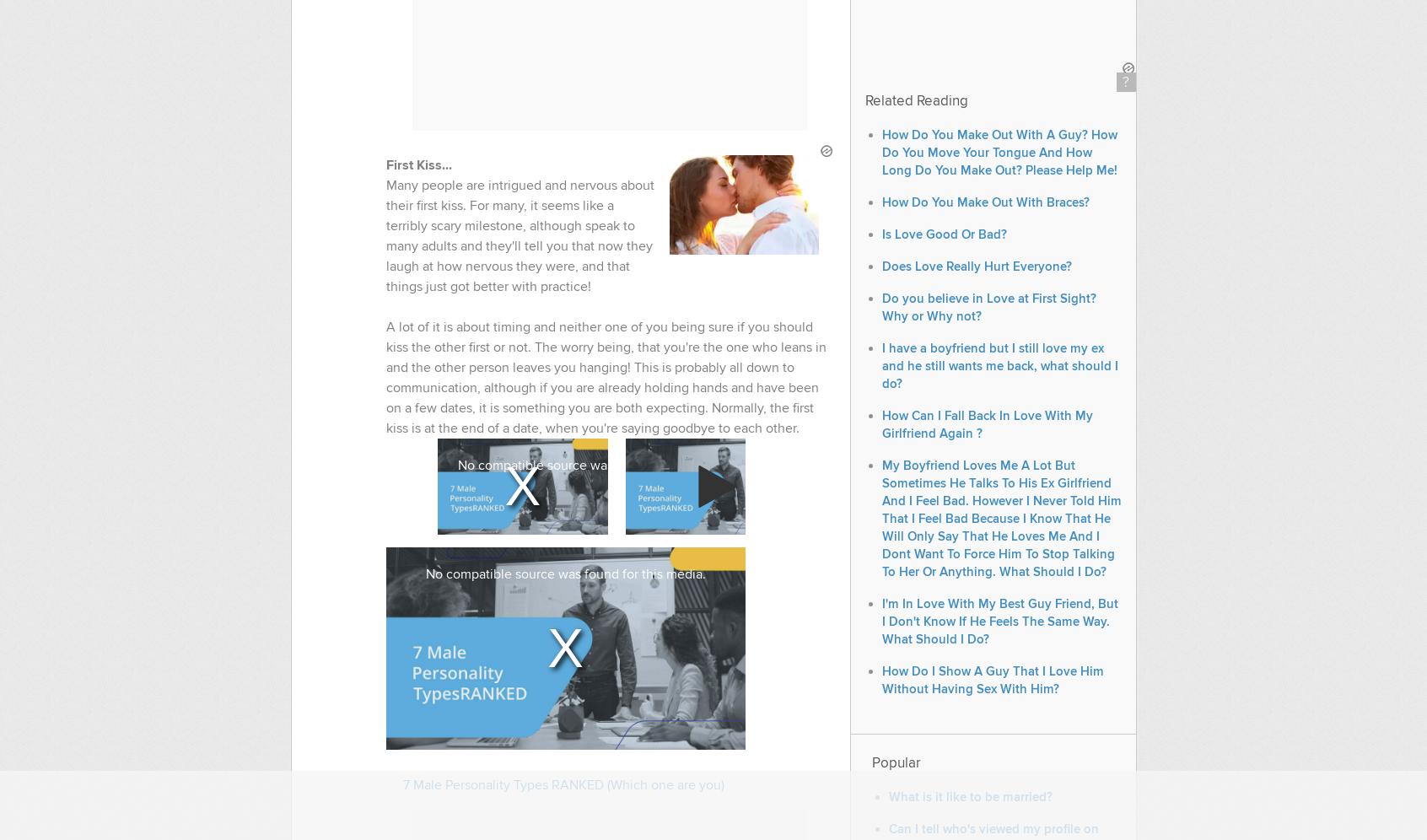 The image size is (1427, 840). What do you see at coordinates (999, 519) in the screenshot?
I see `'My Boyfriend Loves Me A Lot  But Sometimes He Talks To His Ex Girlfriend And I Feel Bad. However I Never Told Him That I Feel Bad Because I Know That He Will Only Say That He Loves Me And I Dont Want To Force Him To Stop Talking To Her Or Anything. What Should I Do?'` at bounding box center [999, 519].